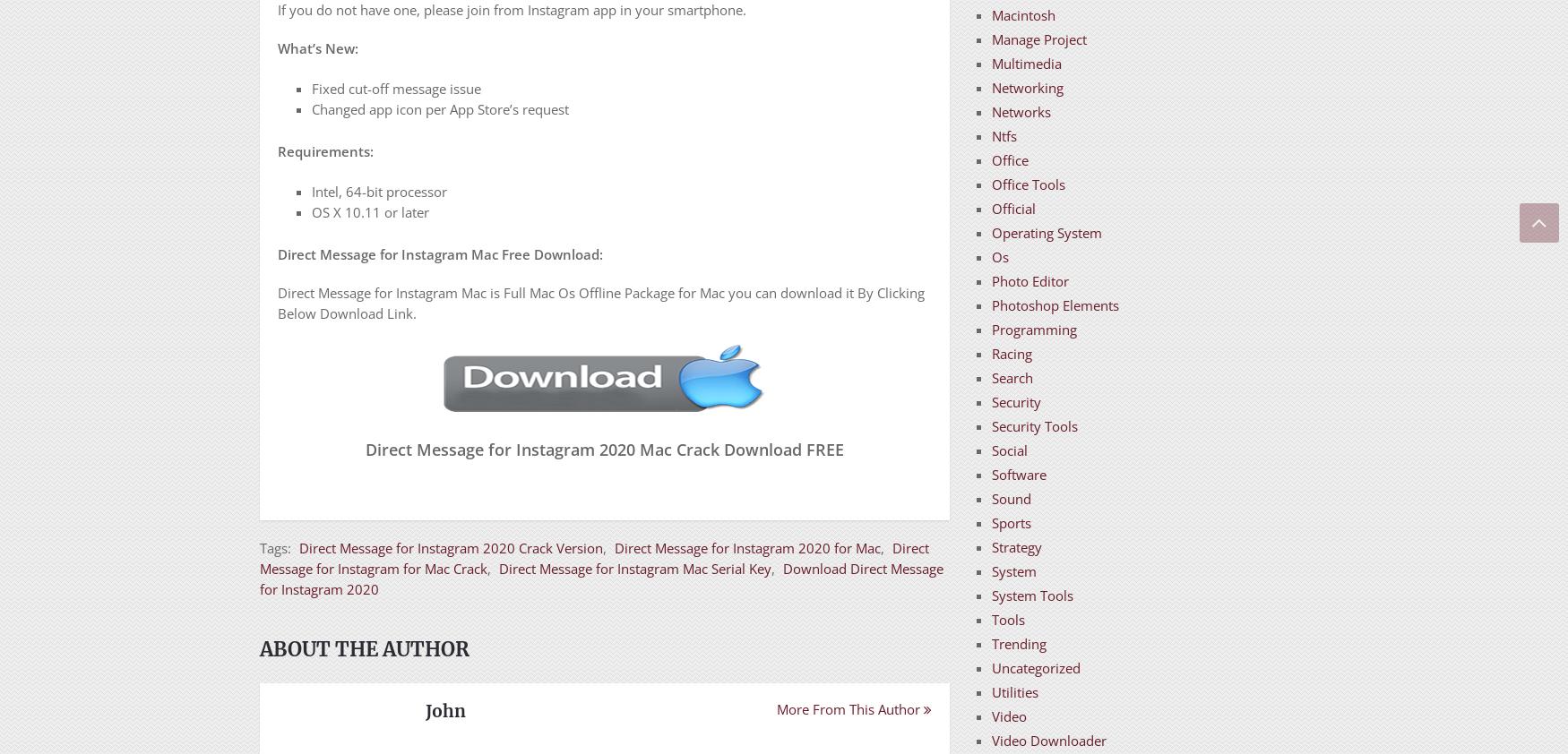  What do you see at coordinates (600, 578) in the screenshot?
I see `'Download Direct Message for Instagram 2020'` at bounding box center [600, 578].